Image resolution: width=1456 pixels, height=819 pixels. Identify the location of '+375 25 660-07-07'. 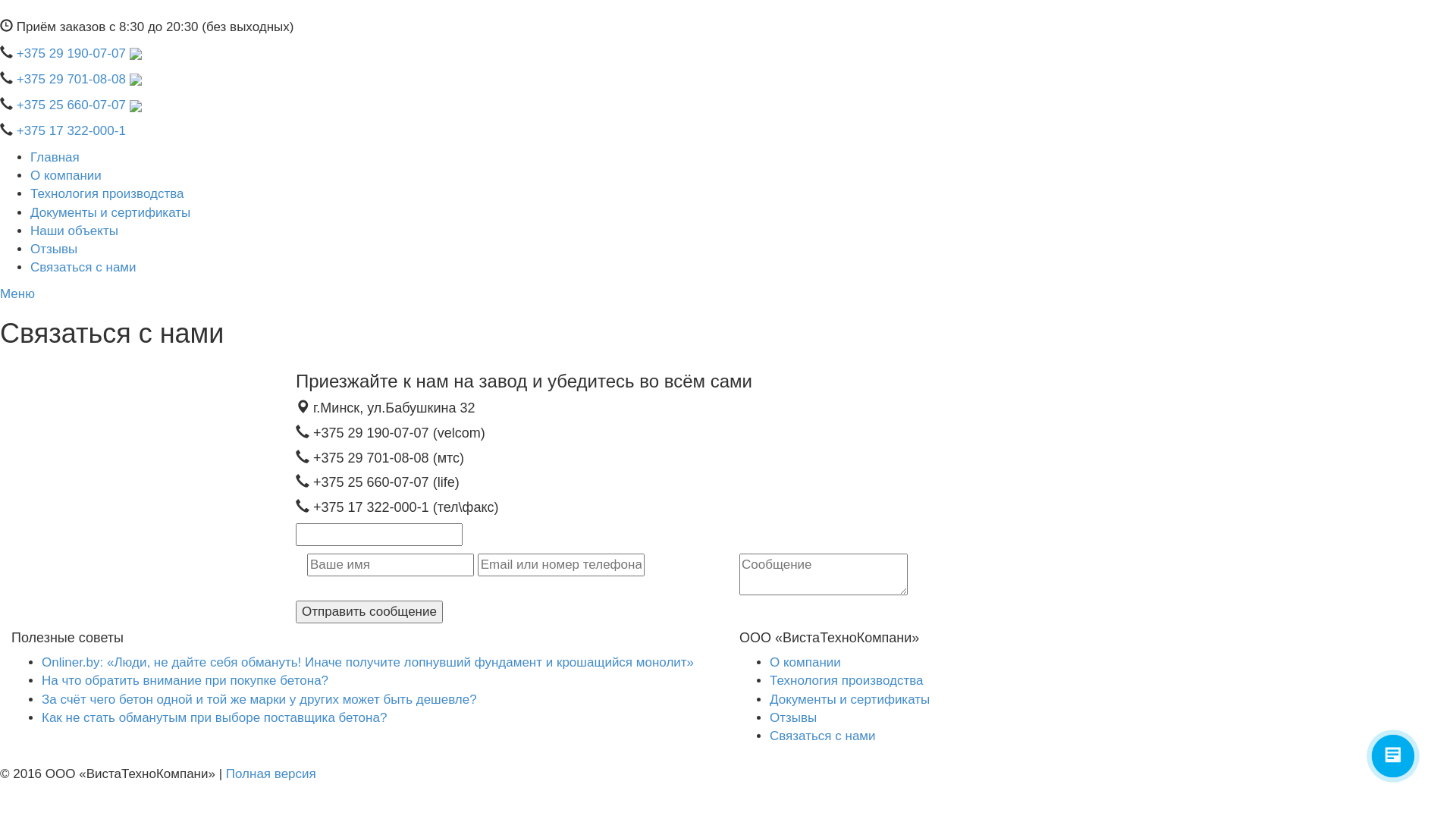
(78, 104).